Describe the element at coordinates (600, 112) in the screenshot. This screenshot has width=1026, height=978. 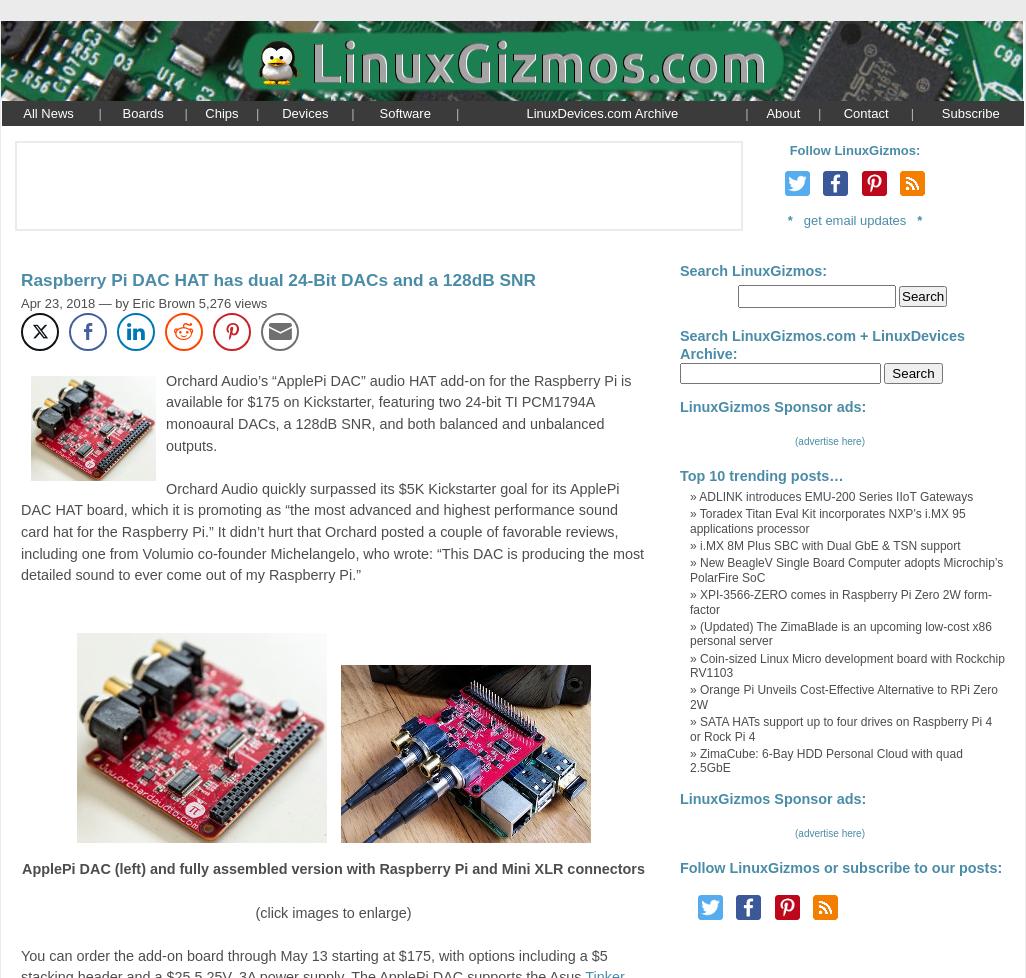
I see `'LinuxDevices.com Archive'` at that location.